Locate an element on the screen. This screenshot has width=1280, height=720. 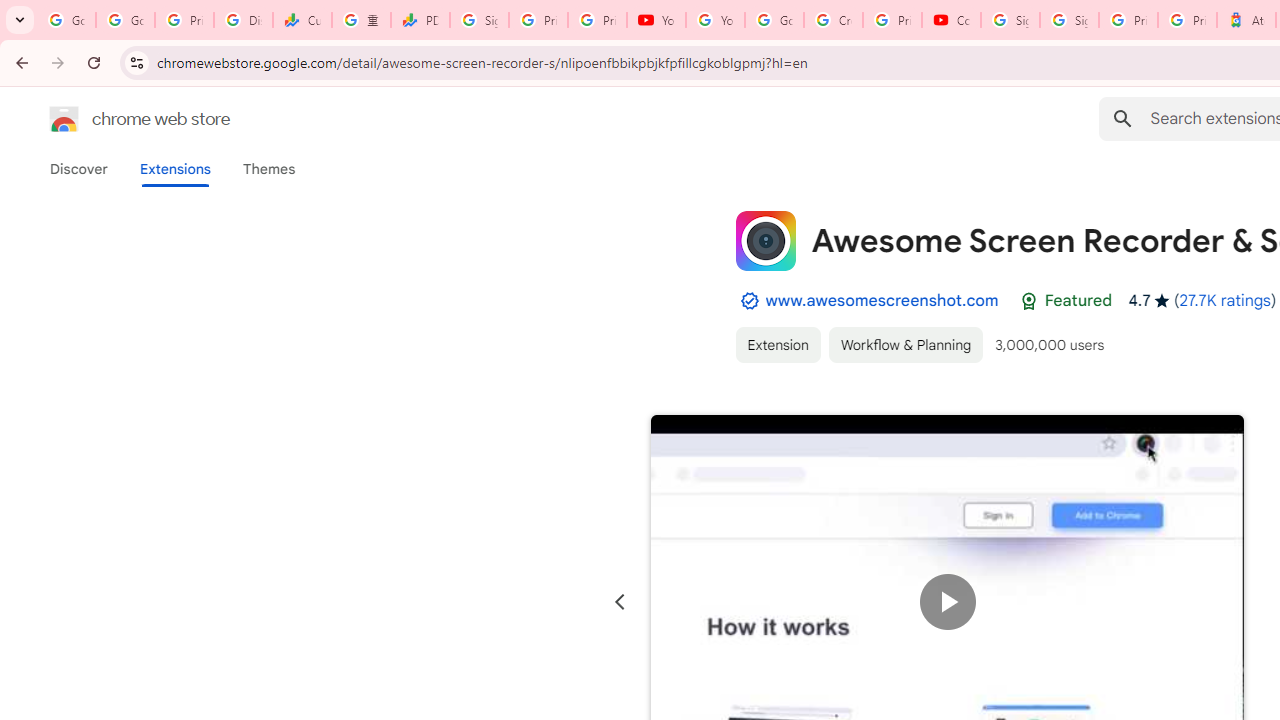
'Extensions' is located at coordinates (174, 168).